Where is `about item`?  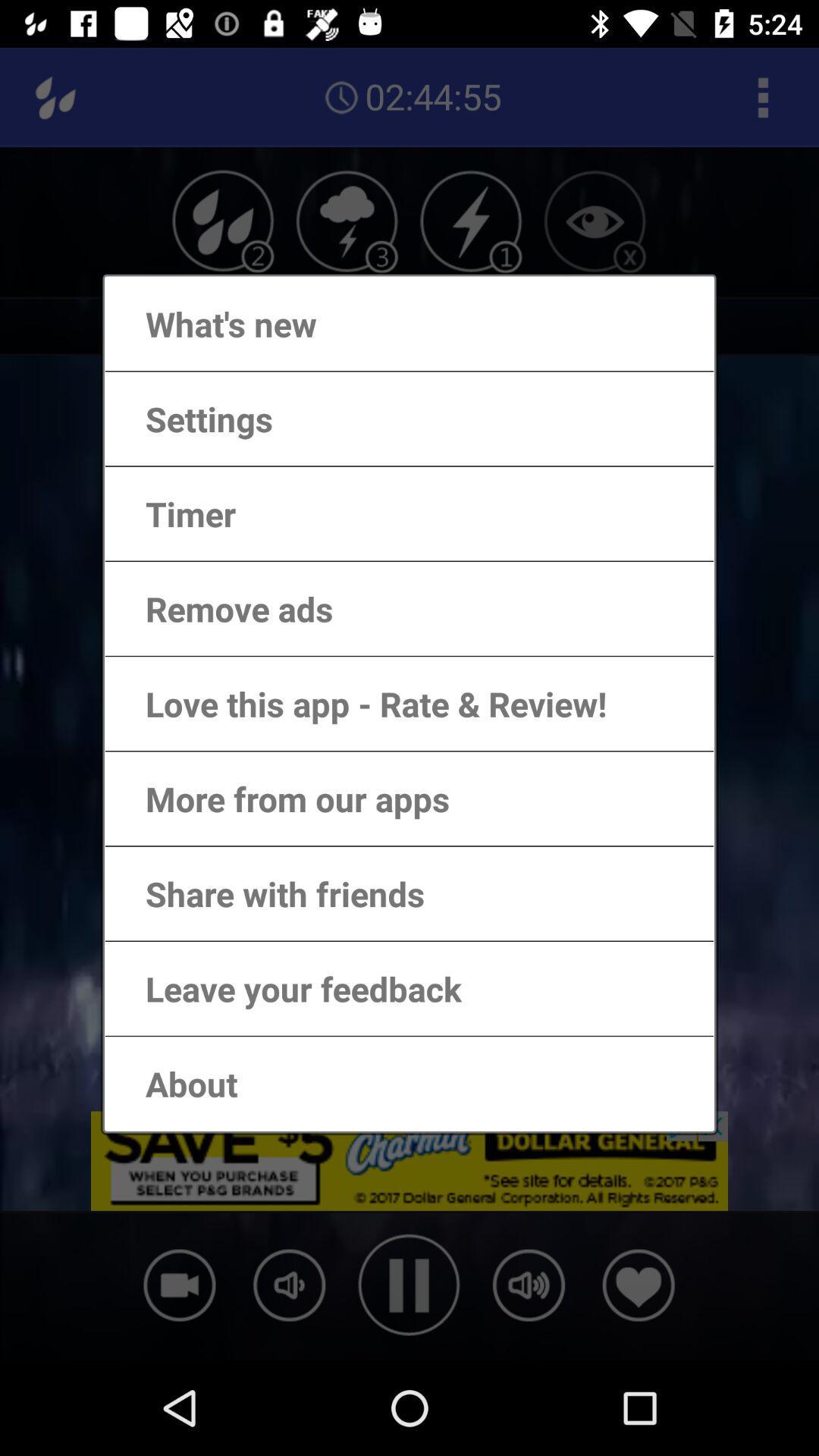
about item is located at coordinates (175, 1083).